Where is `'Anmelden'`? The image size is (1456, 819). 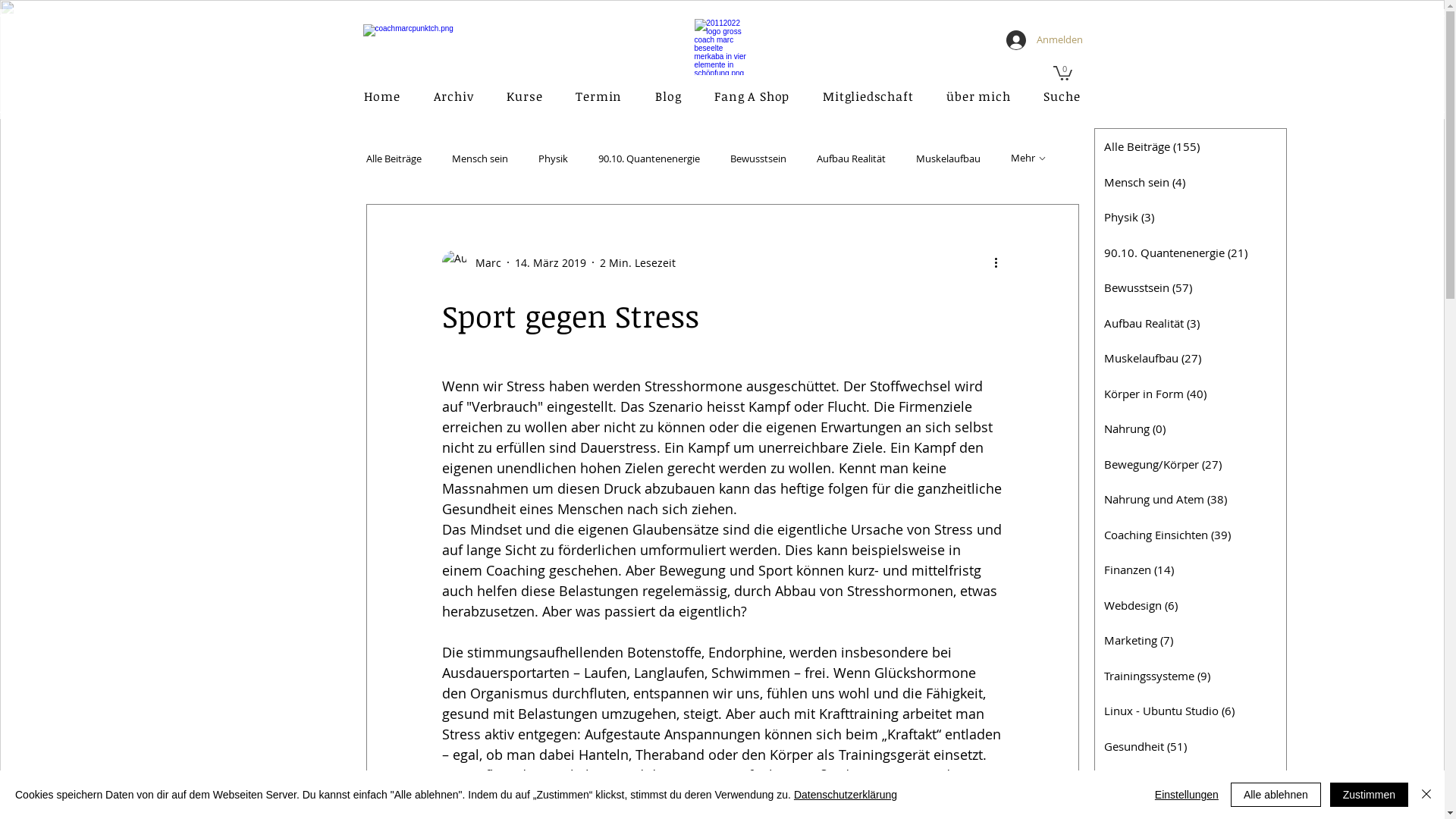 'Anmelden' is located at coordinates (1040, 39).